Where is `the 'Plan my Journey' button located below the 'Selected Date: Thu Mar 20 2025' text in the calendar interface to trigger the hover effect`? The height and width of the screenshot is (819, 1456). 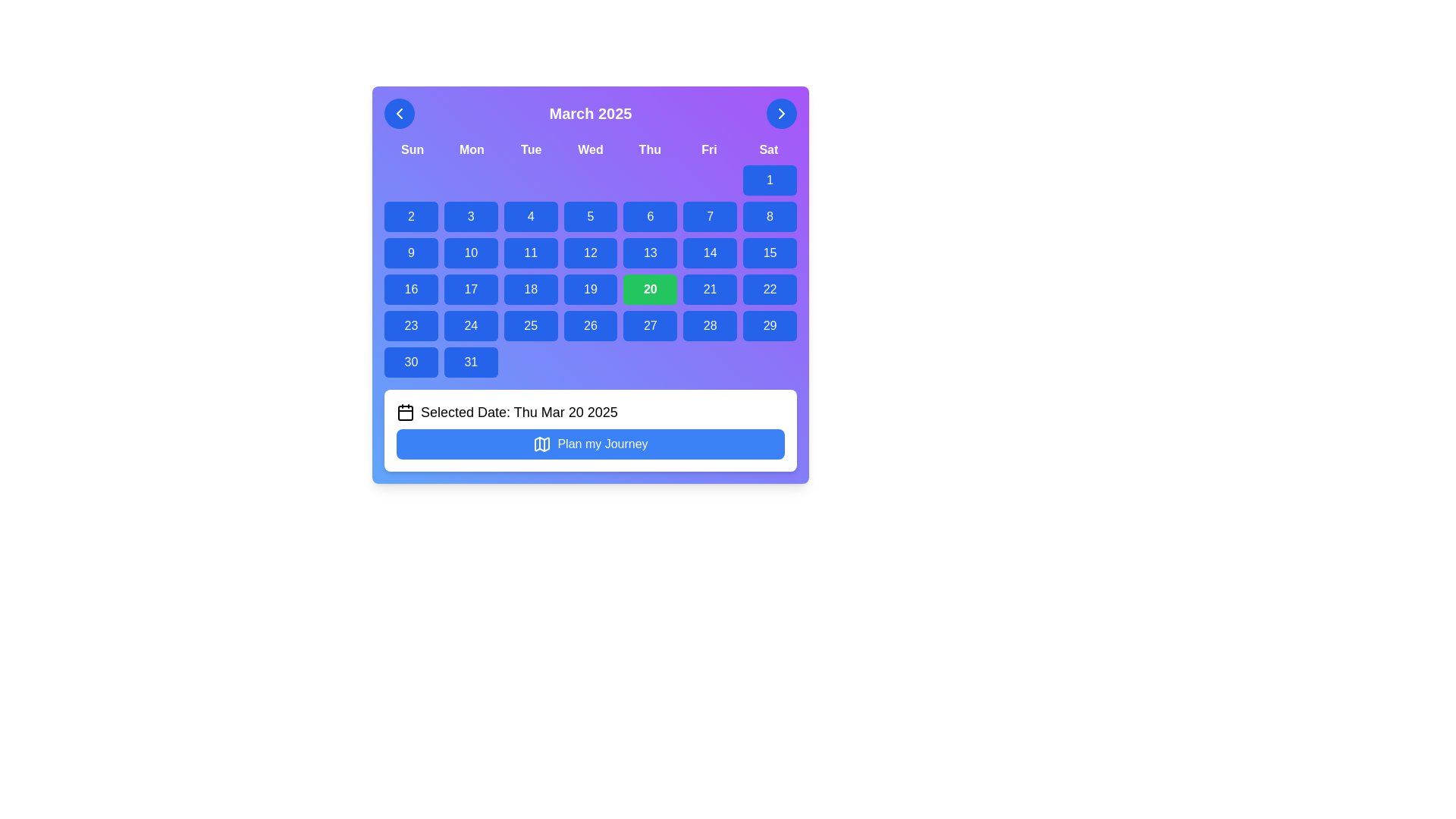 the 'Plan my Journey' button located below the 'Selected Date: Thu Mar 20 2025' text in the calendar interface to trigger the hover effect is located at coordinates (589, 444).